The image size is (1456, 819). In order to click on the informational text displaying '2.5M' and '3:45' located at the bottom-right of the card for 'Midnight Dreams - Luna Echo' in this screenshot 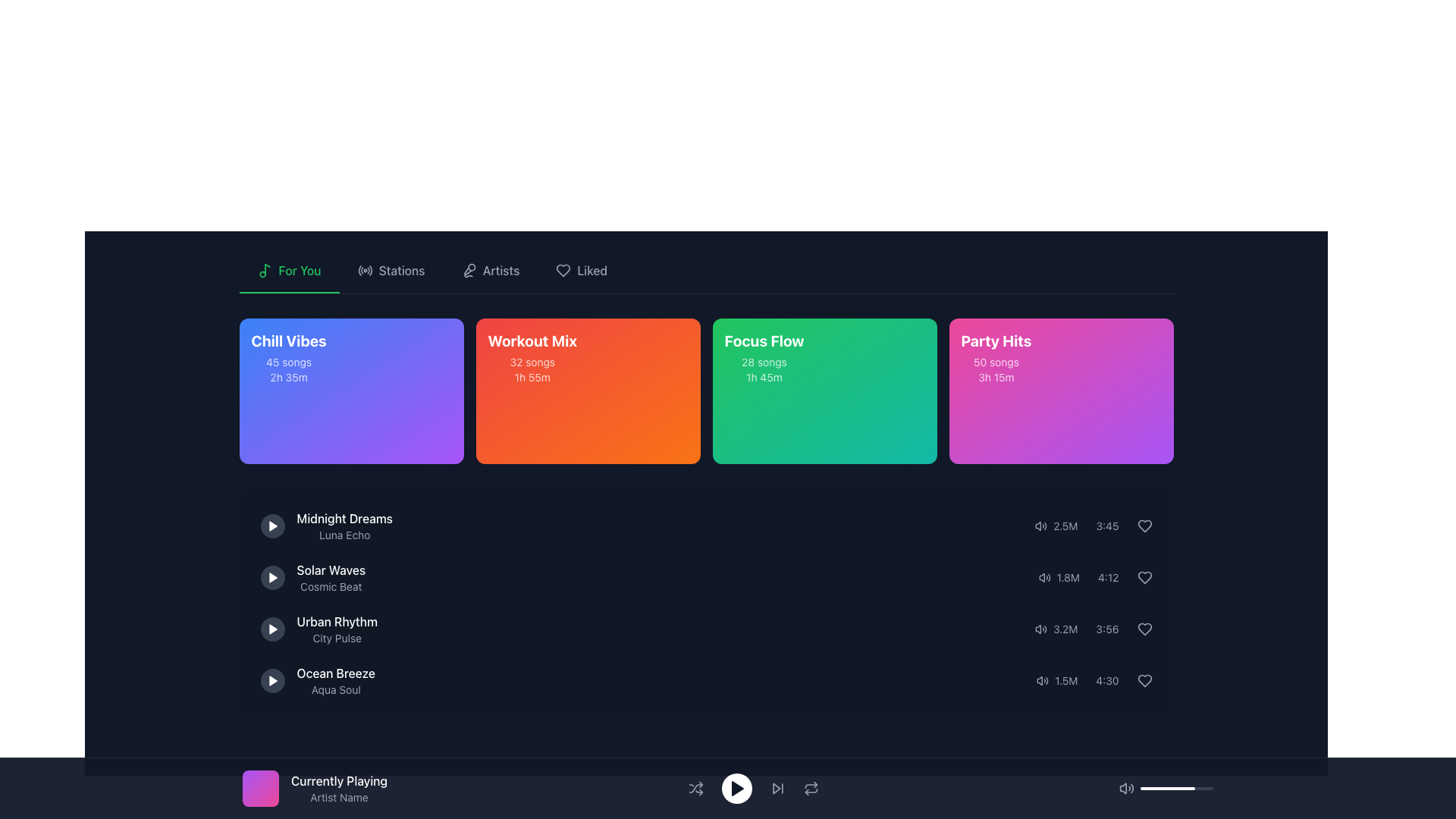, I will do `click(1094, 526)`.